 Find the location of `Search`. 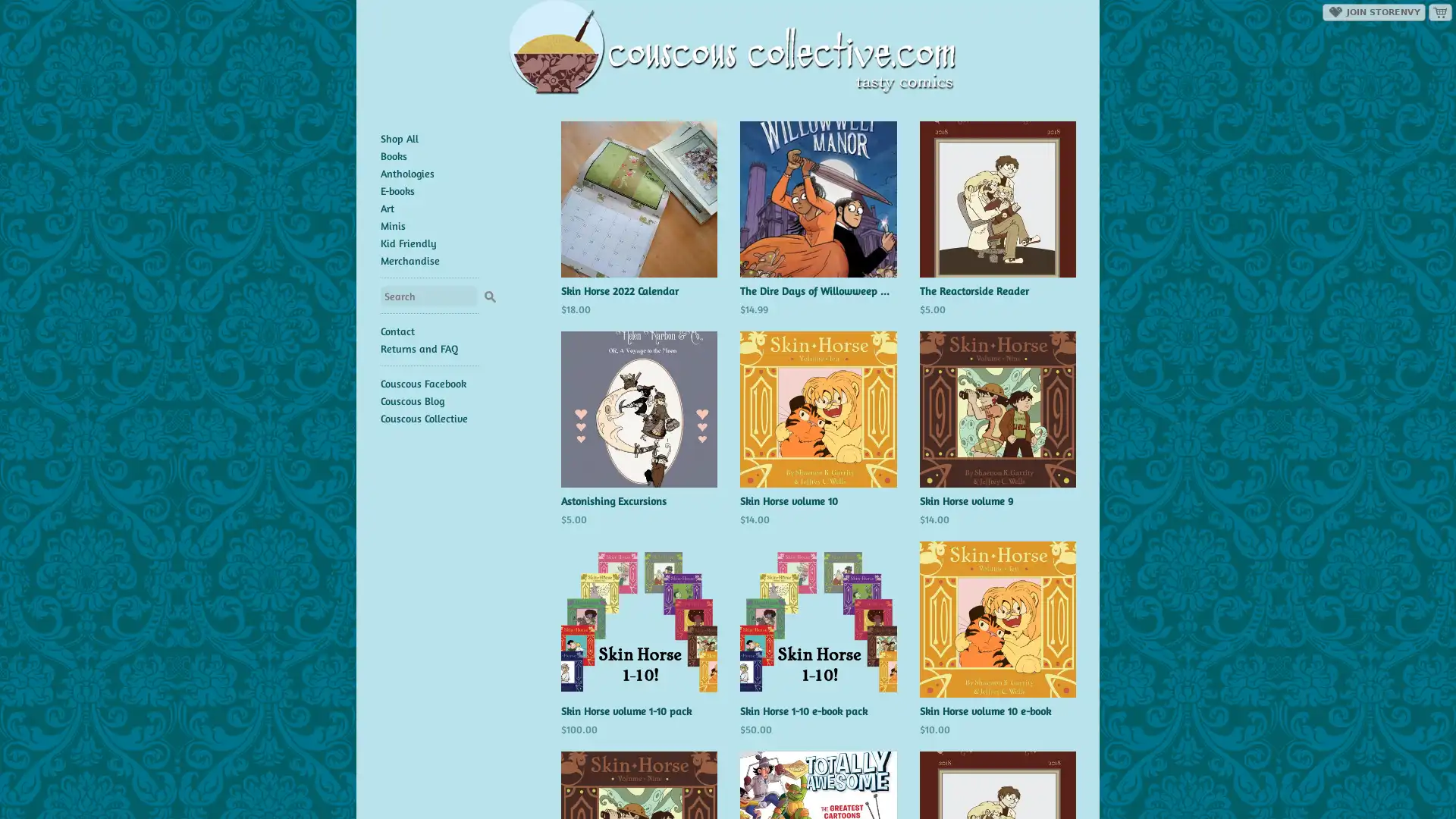

Search is located at coordinates (489, 294).